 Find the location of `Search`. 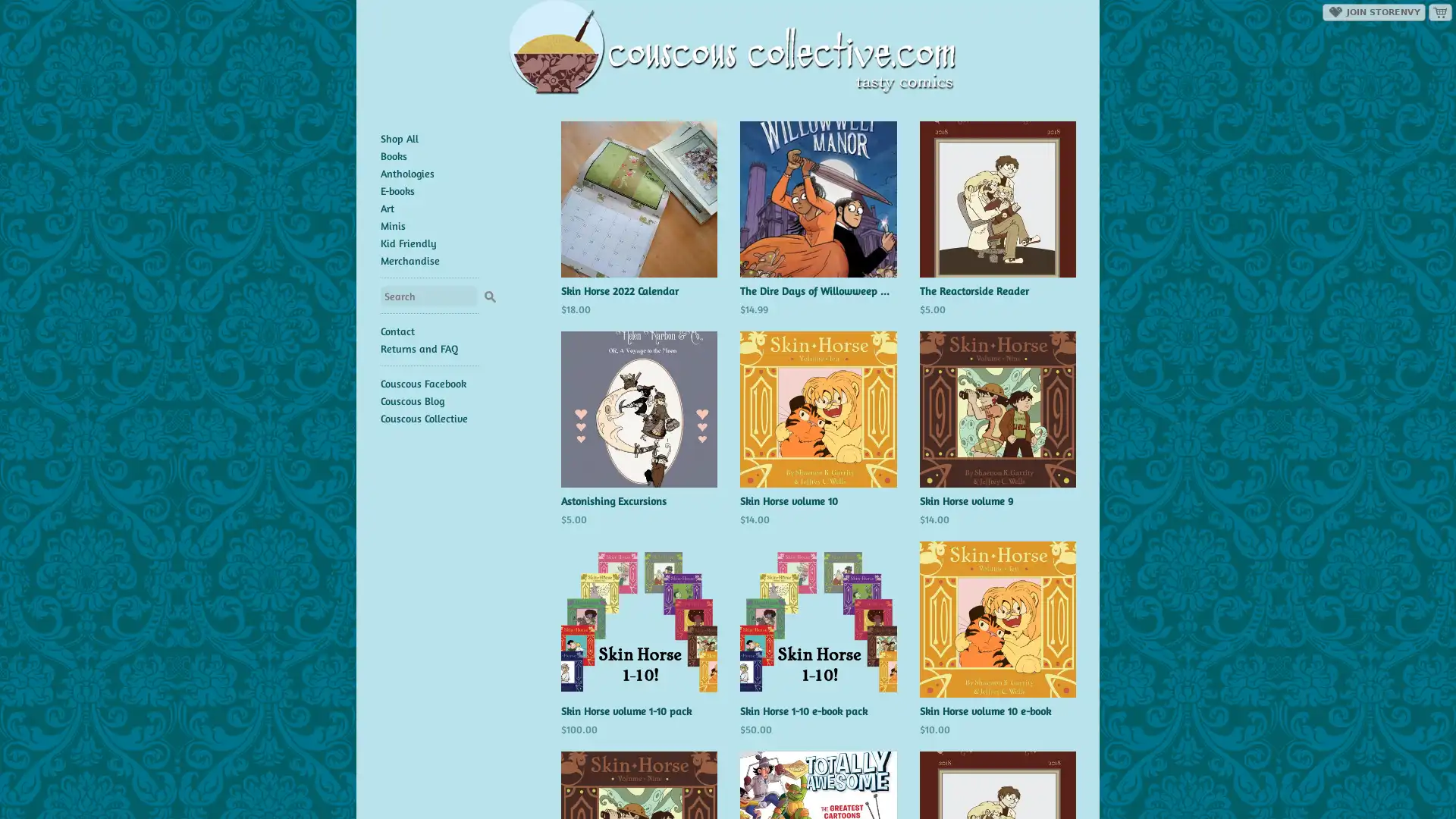

Search is located at coordinates (489, 294).